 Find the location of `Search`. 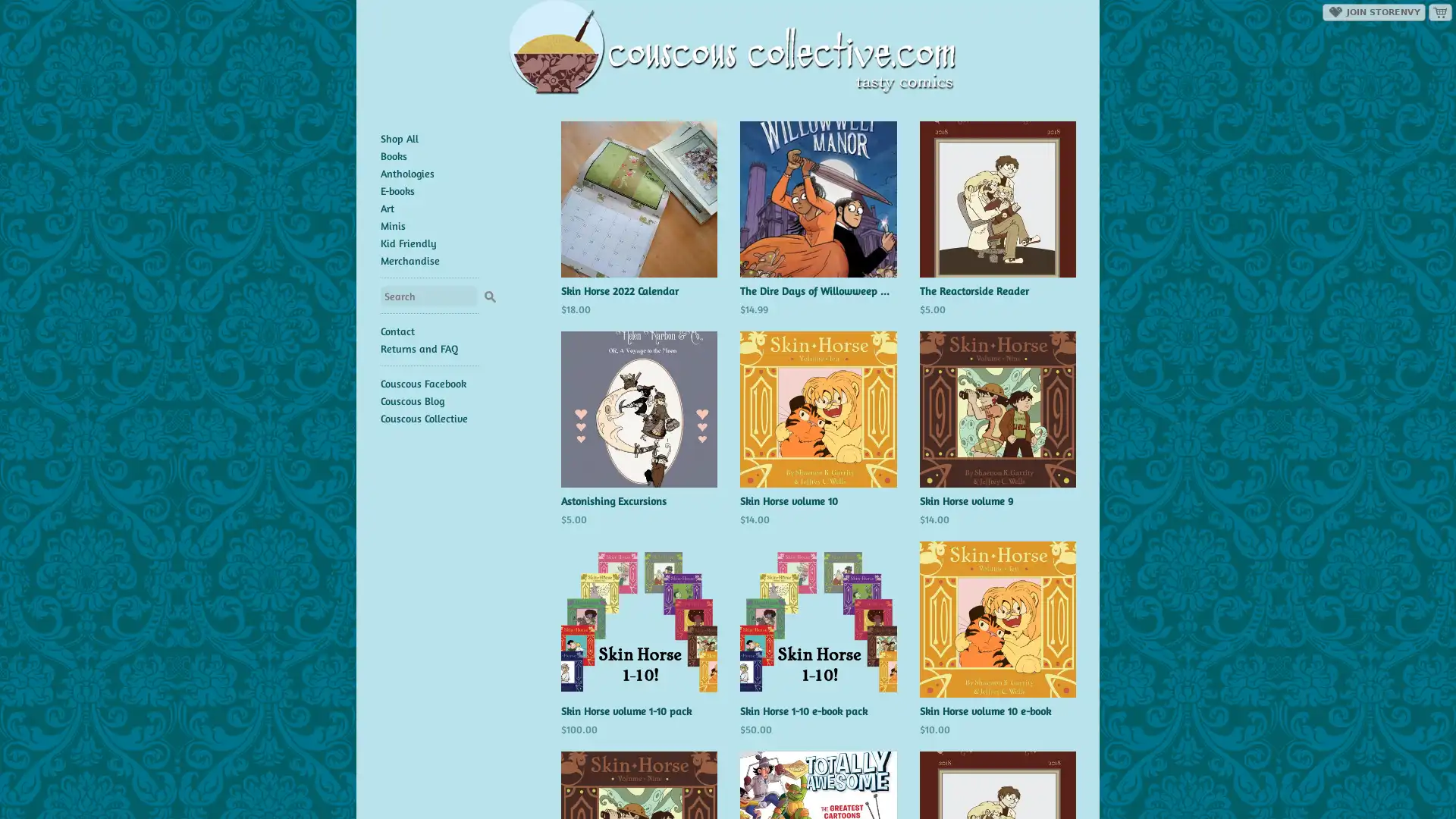

Search is located at coordinates (489, 294).